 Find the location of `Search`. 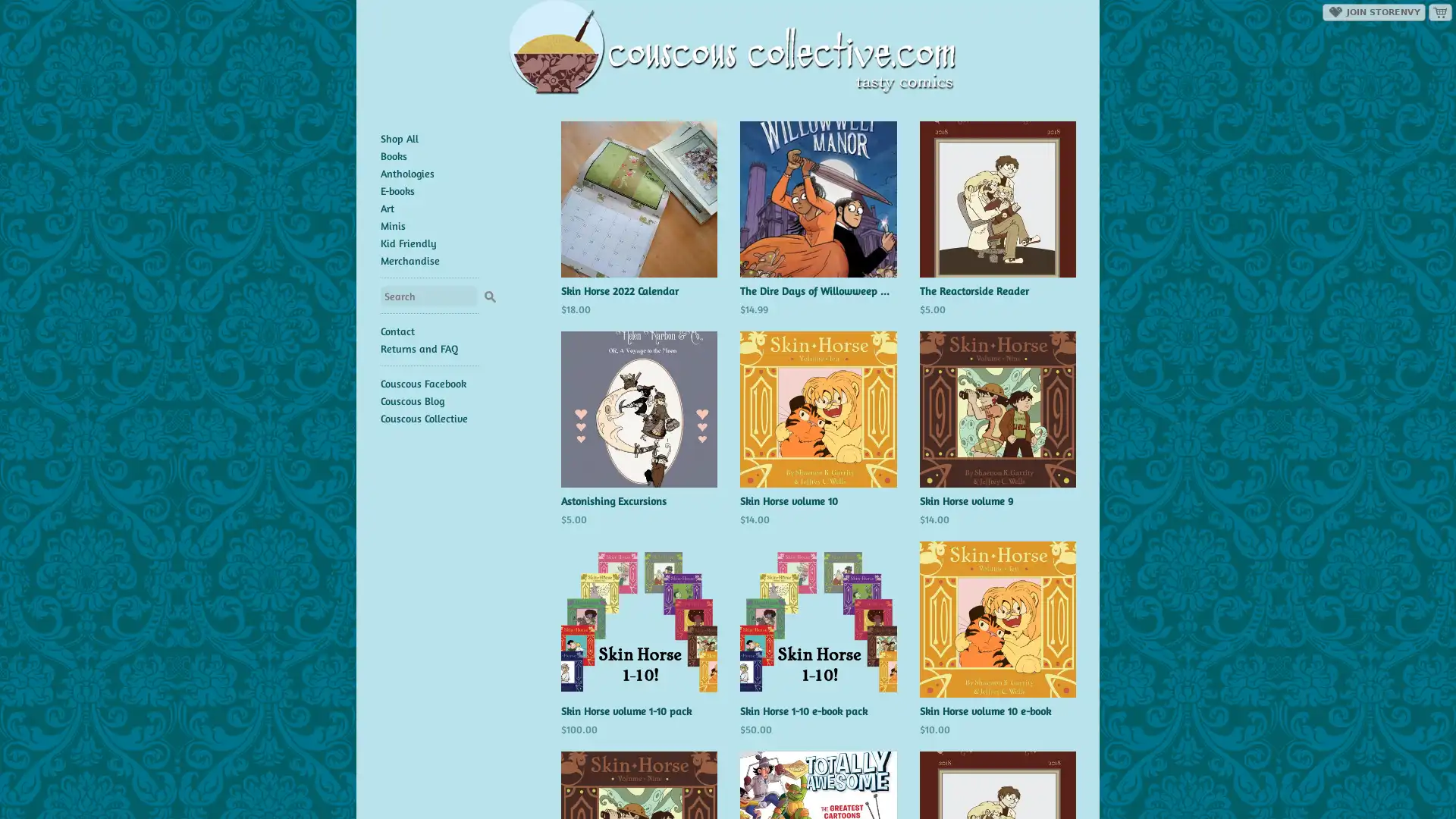

Search is located at coordinates (489, 294).